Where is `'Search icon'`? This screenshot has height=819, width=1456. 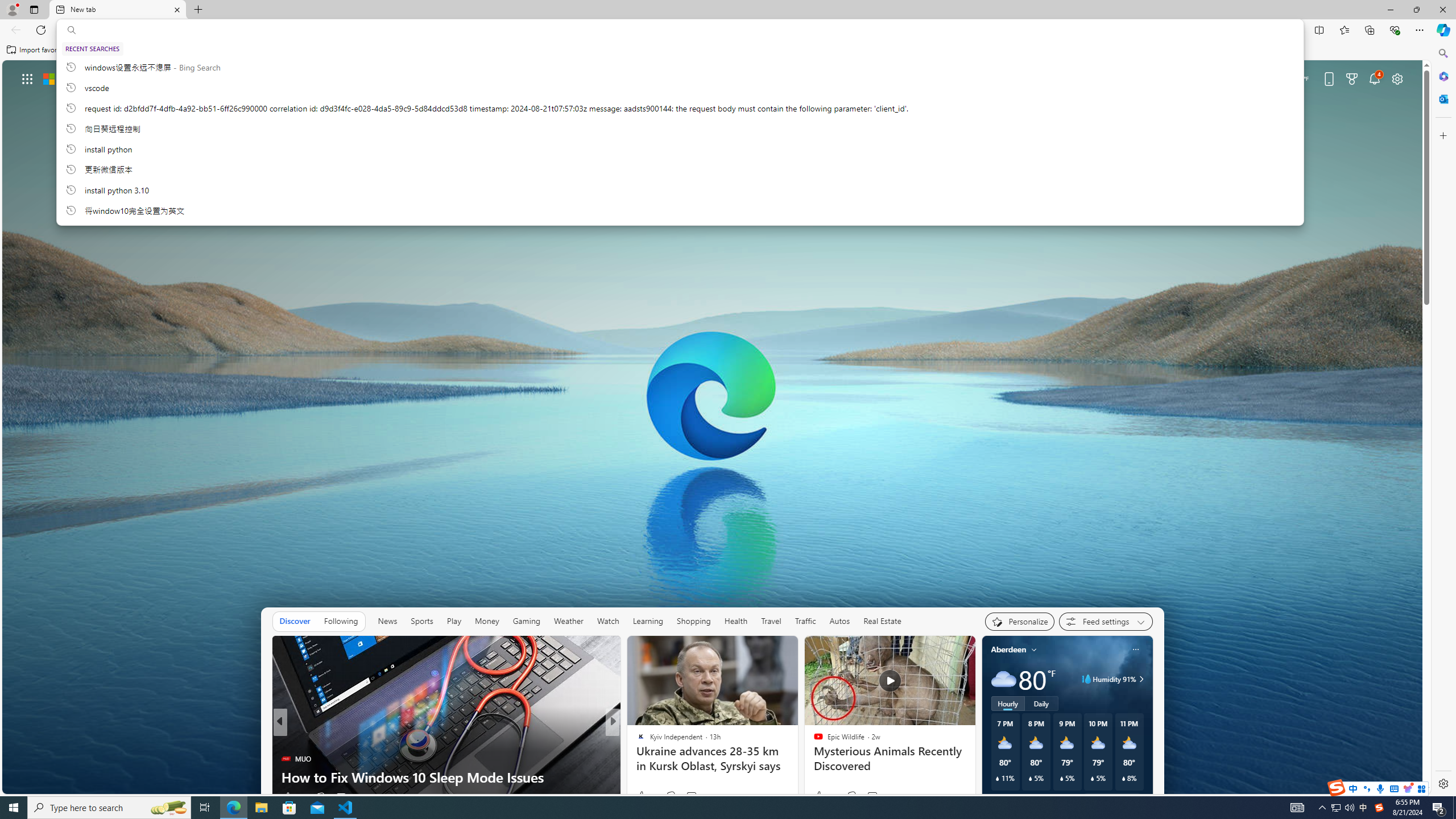
'Search icon' is located at coordinates (71, 30).